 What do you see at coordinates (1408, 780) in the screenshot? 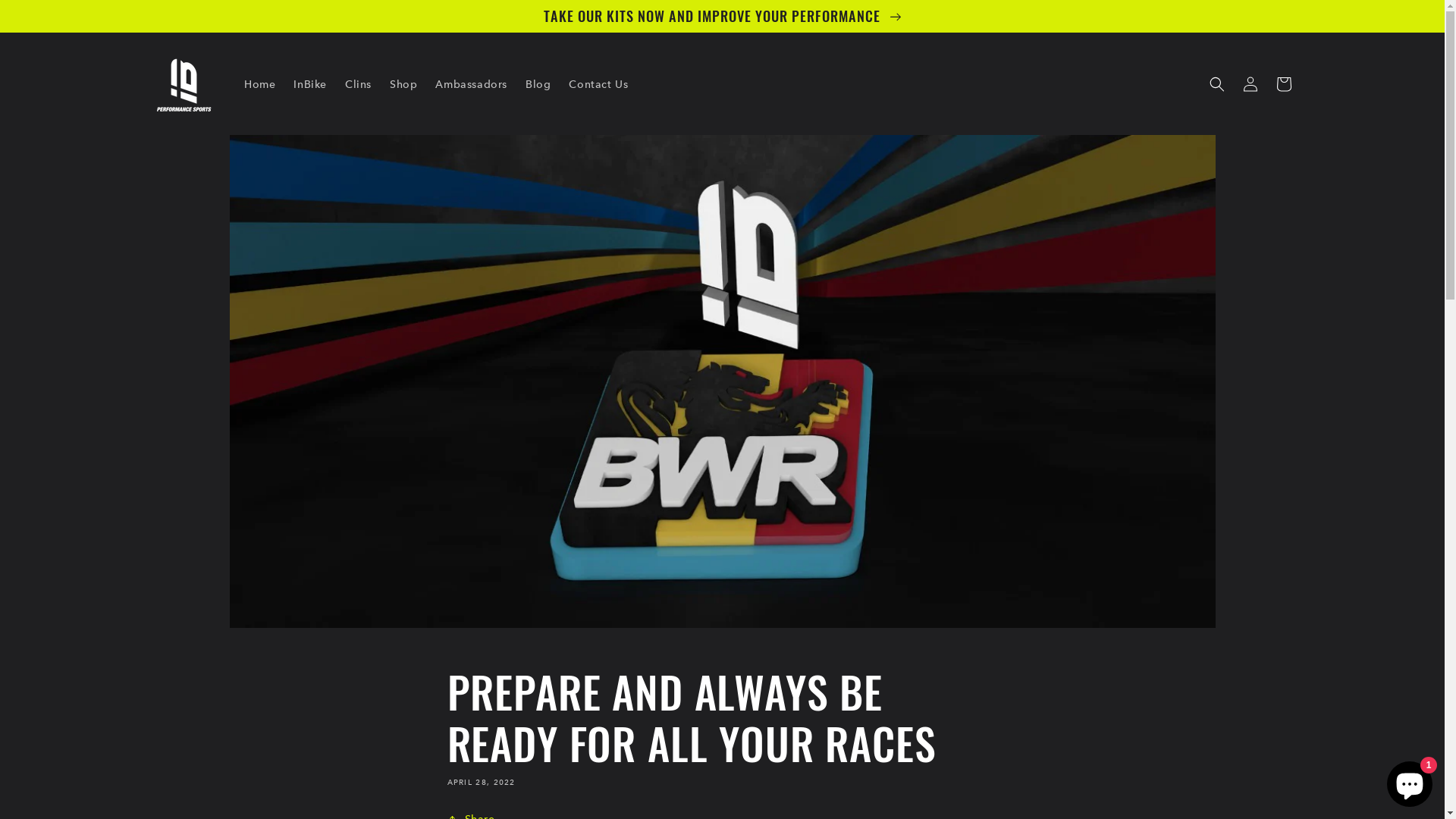
I see `'Shopify online store chat'` at bounding box center [1408, 780].